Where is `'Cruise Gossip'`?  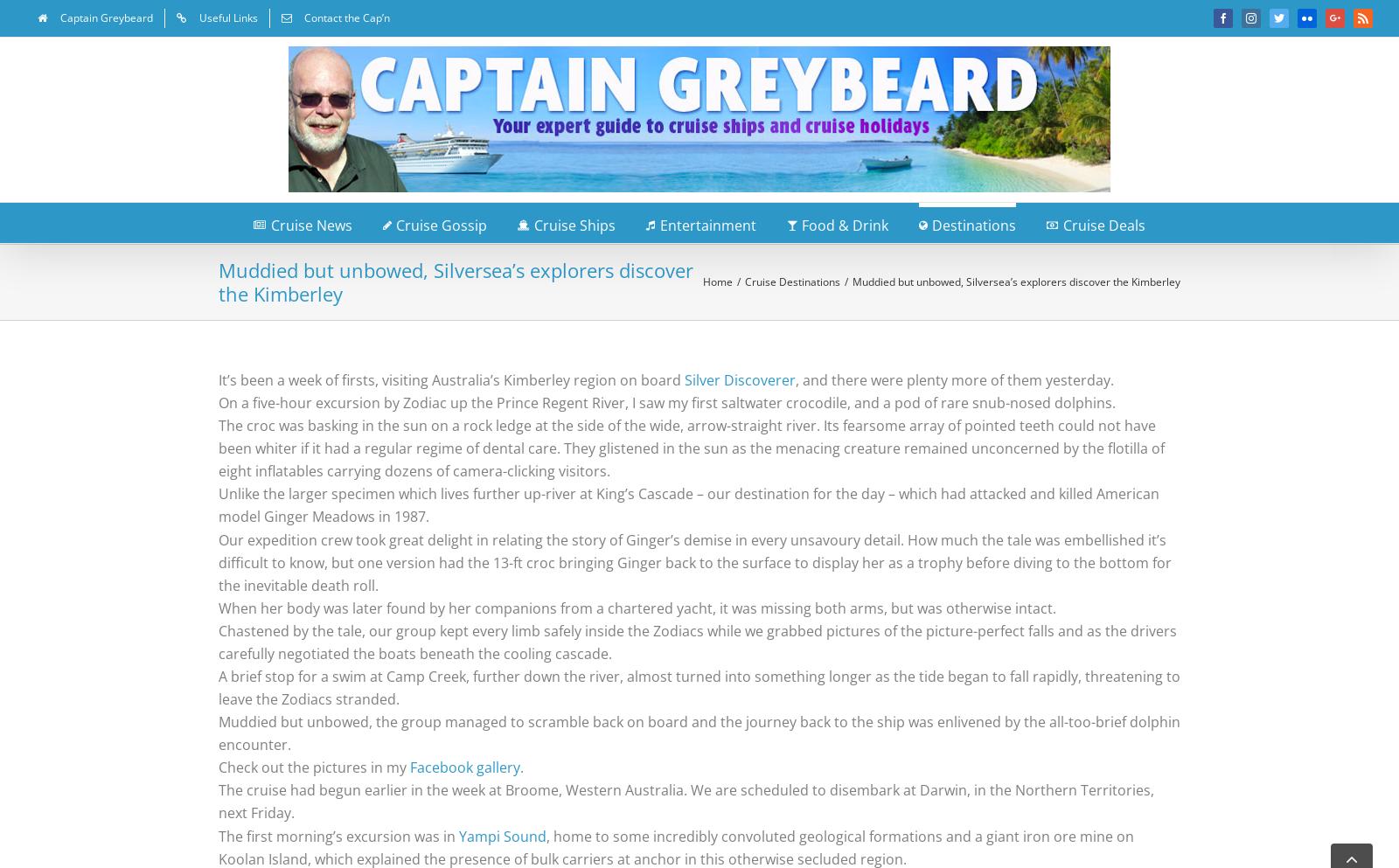
'Cruise Gossip' is located at coordinates (440, 223).